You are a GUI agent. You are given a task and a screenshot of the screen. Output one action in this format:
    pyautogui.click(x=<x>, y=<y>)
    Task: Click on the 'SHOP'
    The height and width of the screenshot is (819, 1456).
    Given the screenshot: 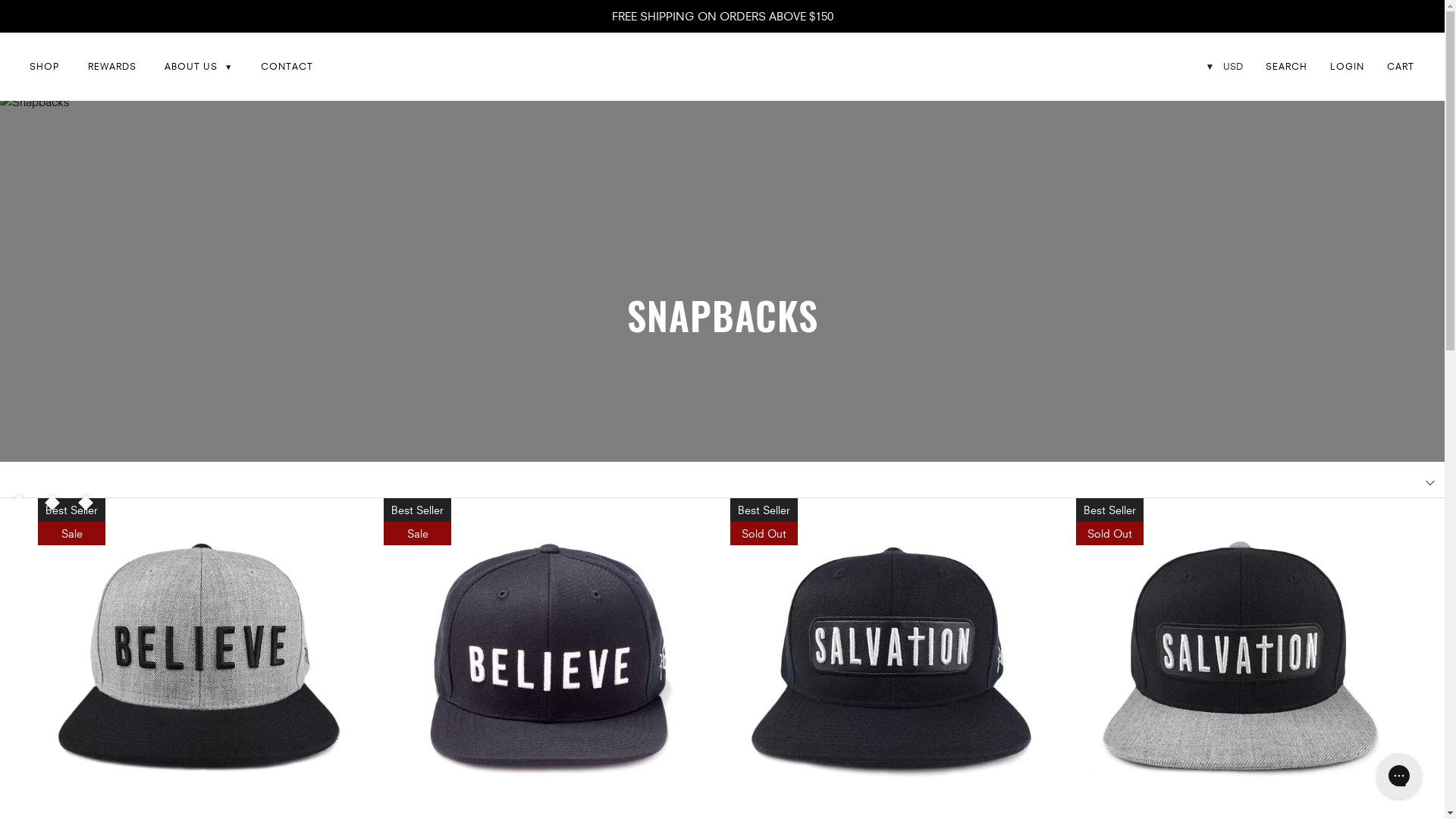 What is the action you would take?
    pyautogui.click(x=44, y=66)
    